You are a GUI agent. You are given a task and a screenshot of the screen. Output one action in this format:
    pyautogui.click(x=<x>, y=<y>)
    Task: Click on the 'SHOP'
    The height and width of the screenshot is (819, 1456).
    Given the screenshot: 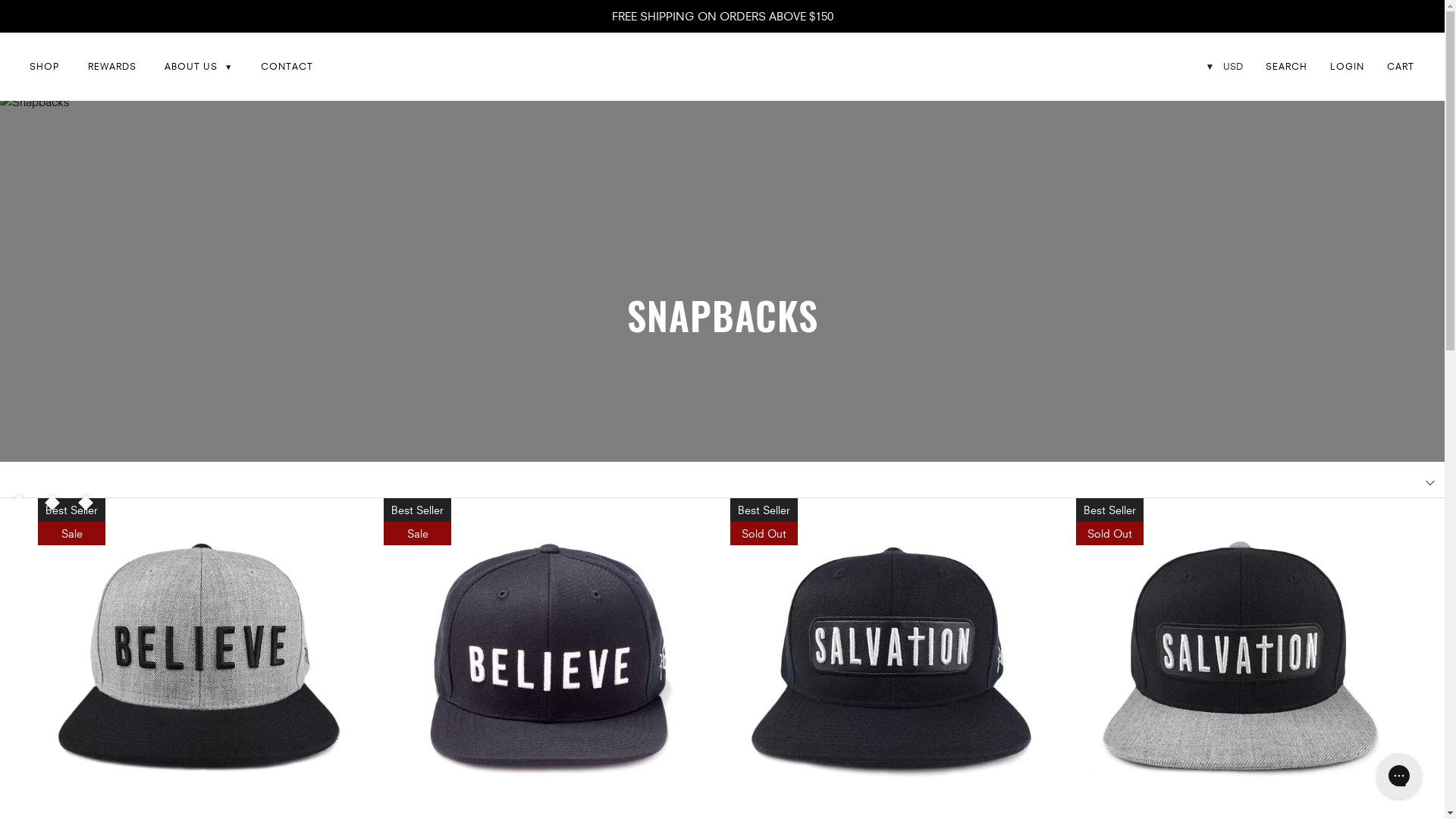 What is the action you would take?
    pyautogui.click(x=44, y=66)
    